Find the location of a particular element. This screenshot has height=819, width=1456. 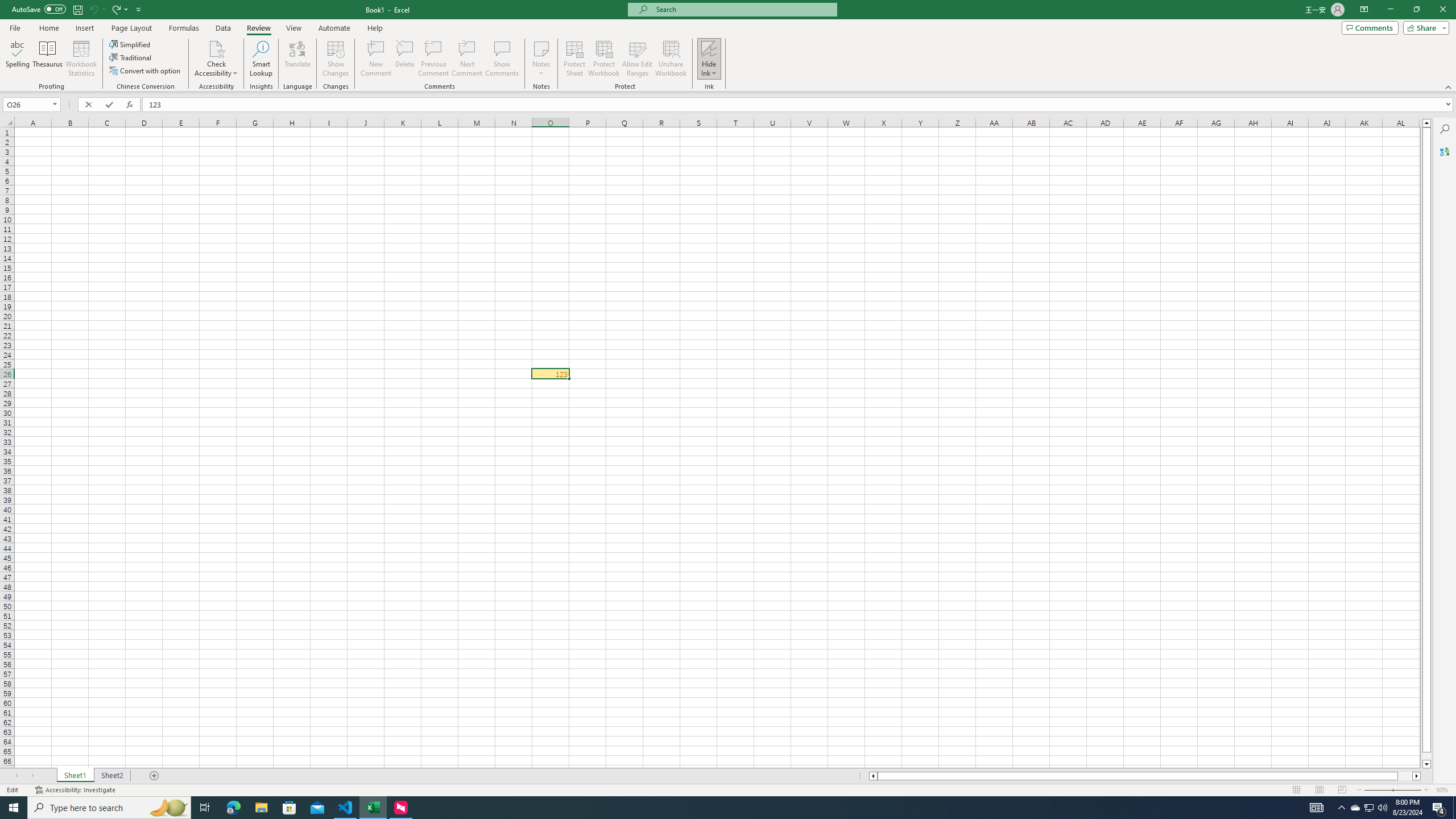

'Ribbon Display Options' is located at coordinates (1363, 9).